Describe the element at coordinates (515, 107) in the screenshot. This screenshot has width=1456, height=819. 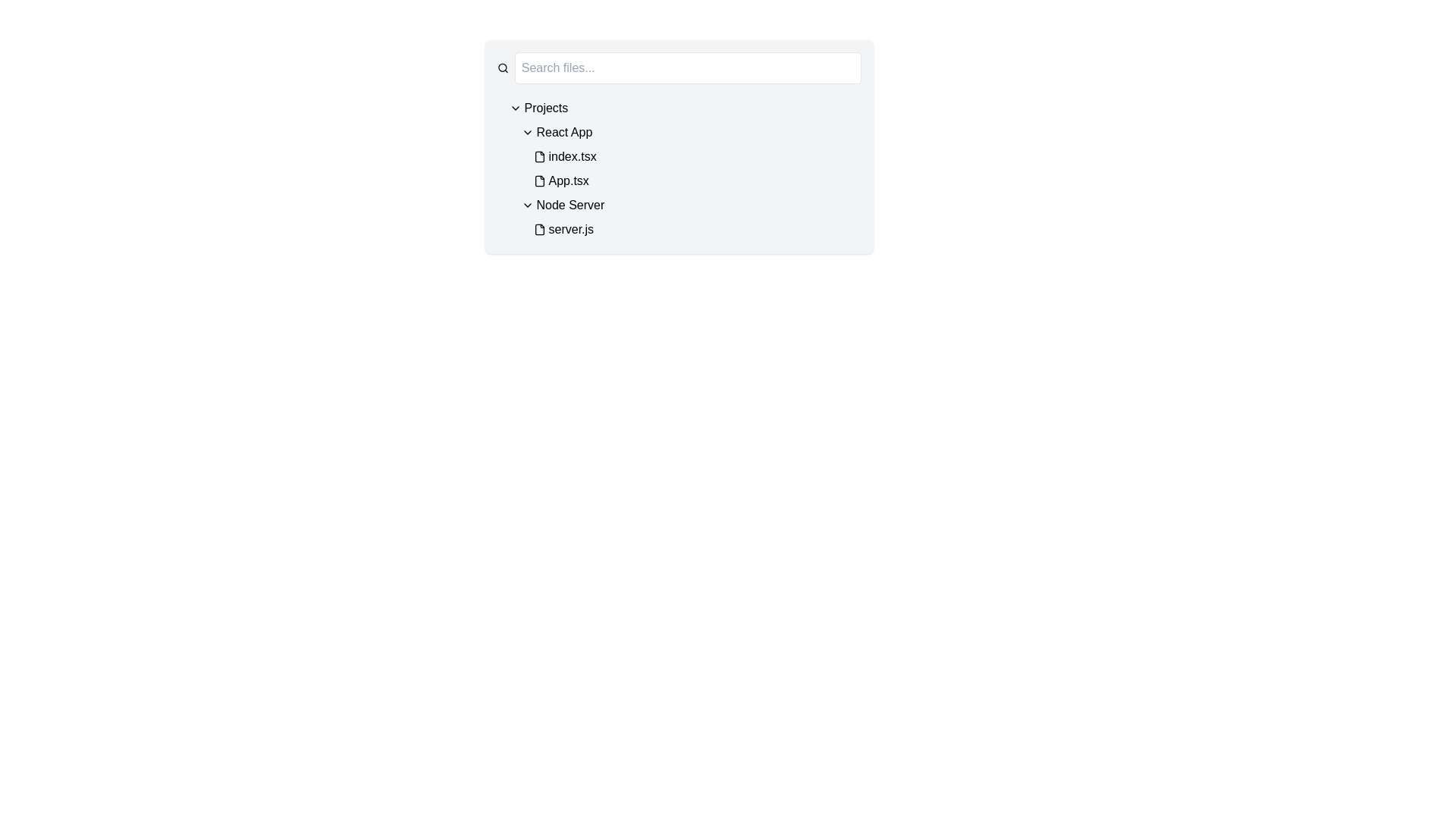
I see `the downward-facing chevron icon located to the left of the 'Projects' entry in the vertical navigation panel` at that location.